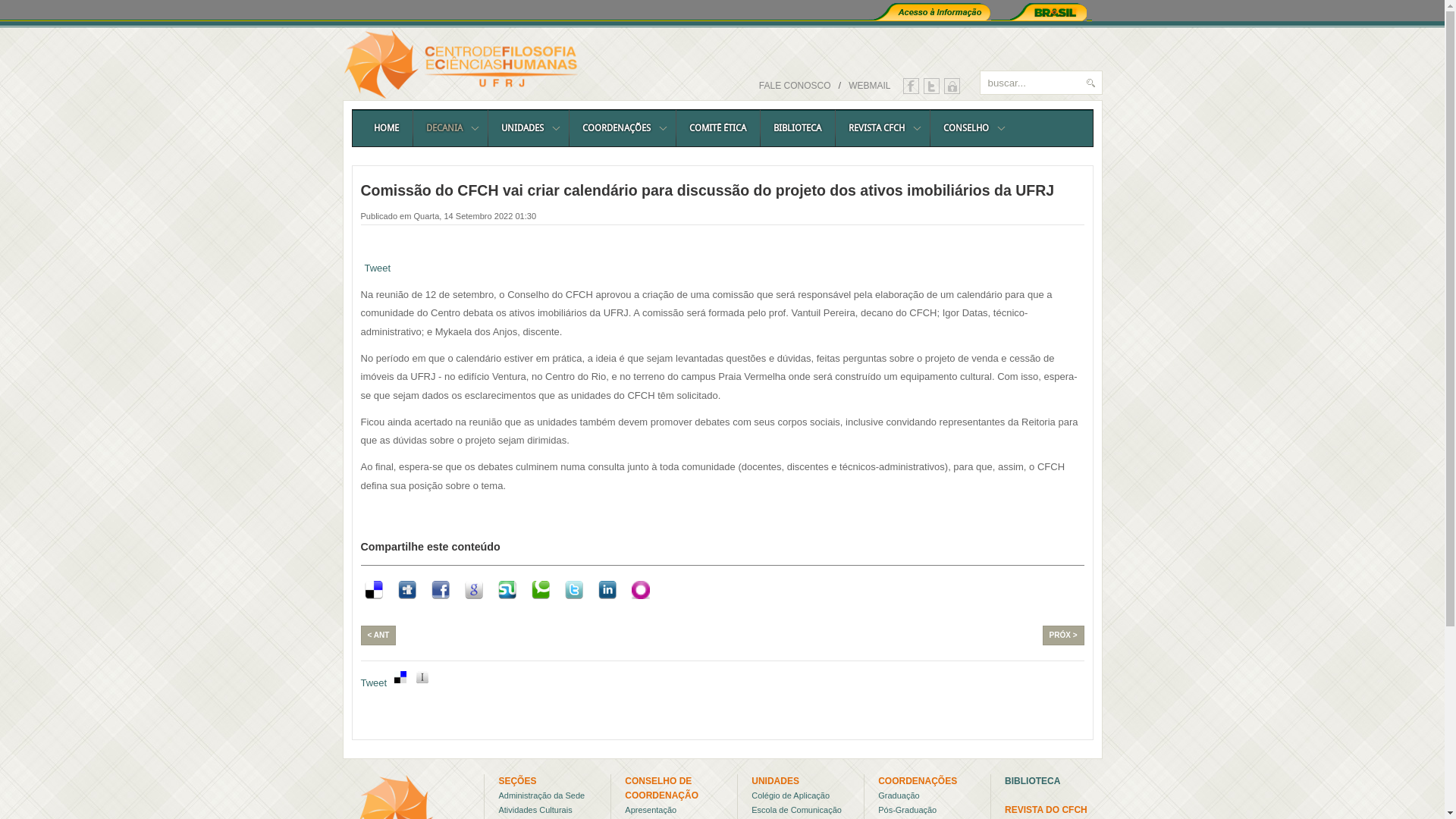 The image size is (1456, 819). What do you see at coordinates (374, 683) in the screenshot?
I see `'Tweet'` at bounding box center [374, 683].